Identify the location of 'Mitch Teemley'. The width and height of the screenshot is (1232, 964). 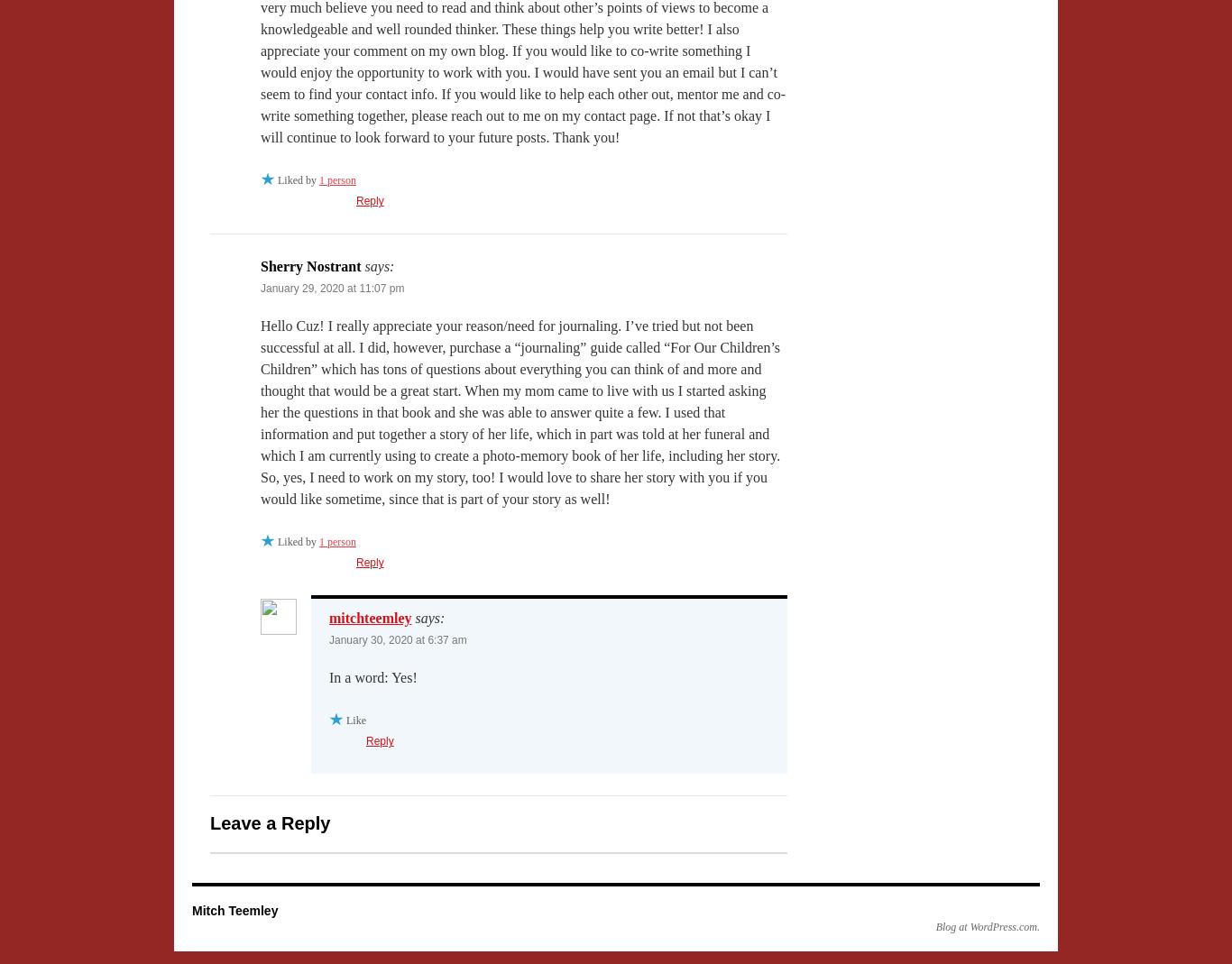
(190, 910).